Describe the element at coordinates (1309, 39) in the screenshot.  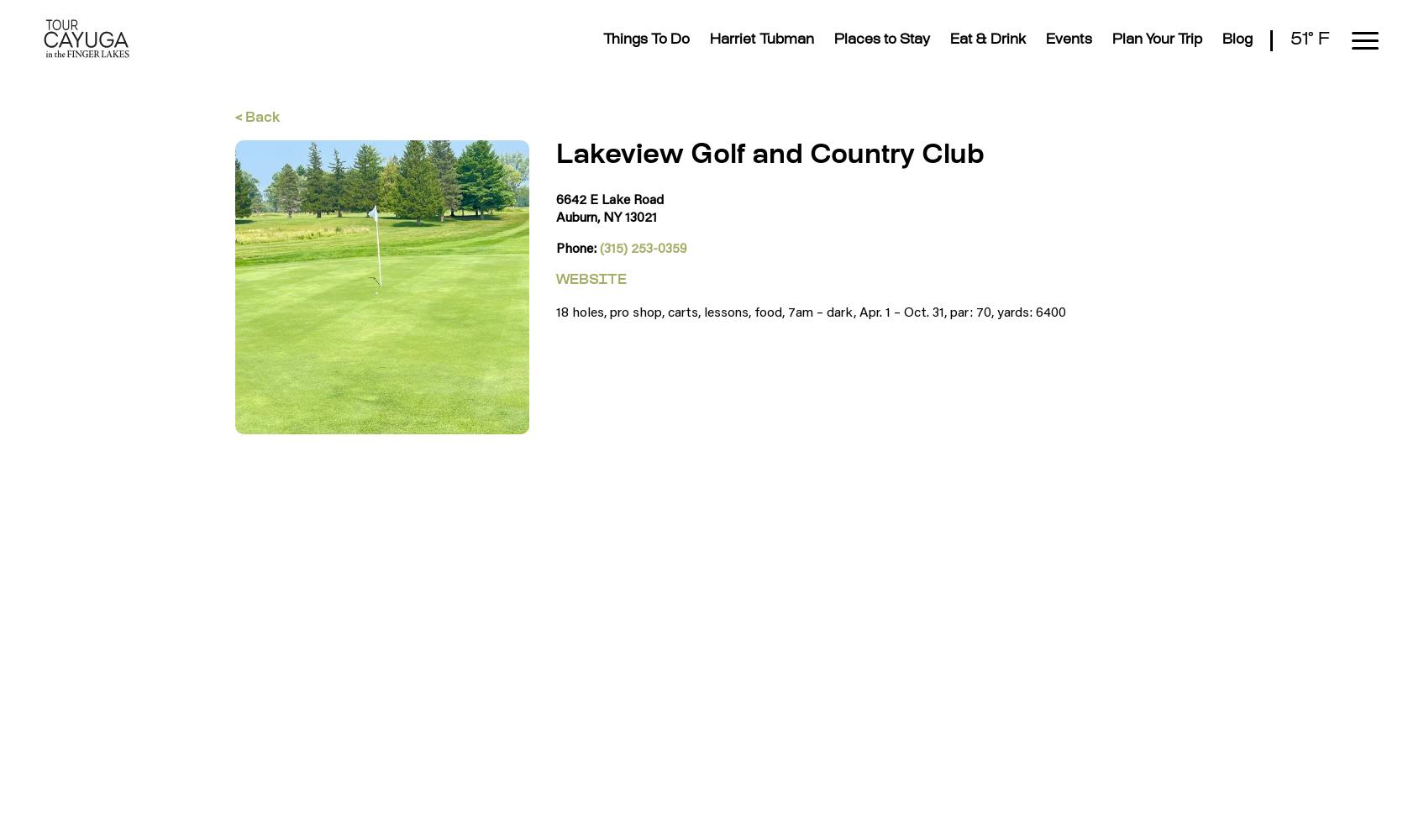
I see `'51° F'` at that location.